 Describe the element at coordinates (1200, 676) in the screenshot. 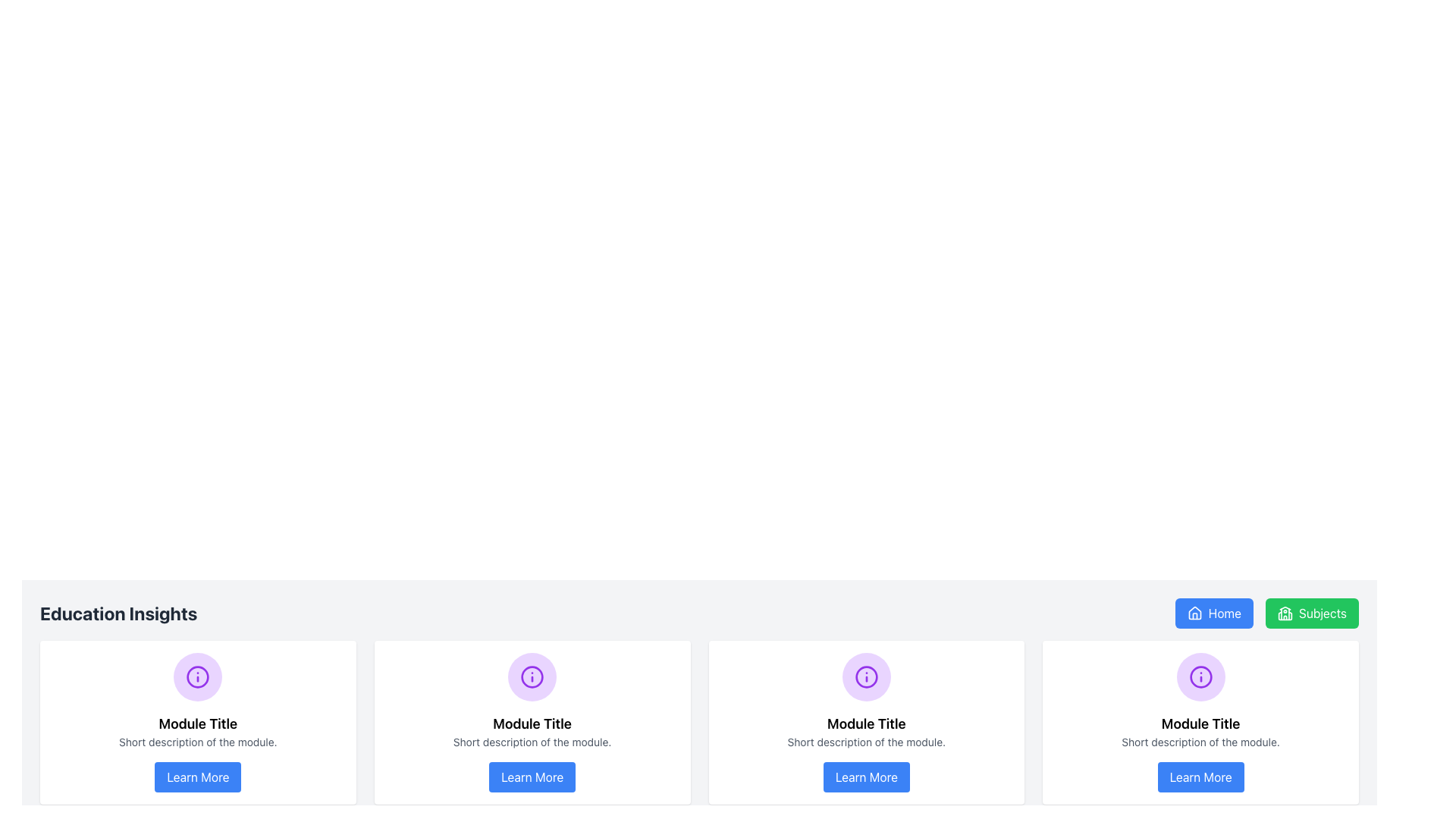

I see `the circular image icon with a purple background and 'info' symbol, located centrally within the fourth module card titled 'Module Title'` at that location.